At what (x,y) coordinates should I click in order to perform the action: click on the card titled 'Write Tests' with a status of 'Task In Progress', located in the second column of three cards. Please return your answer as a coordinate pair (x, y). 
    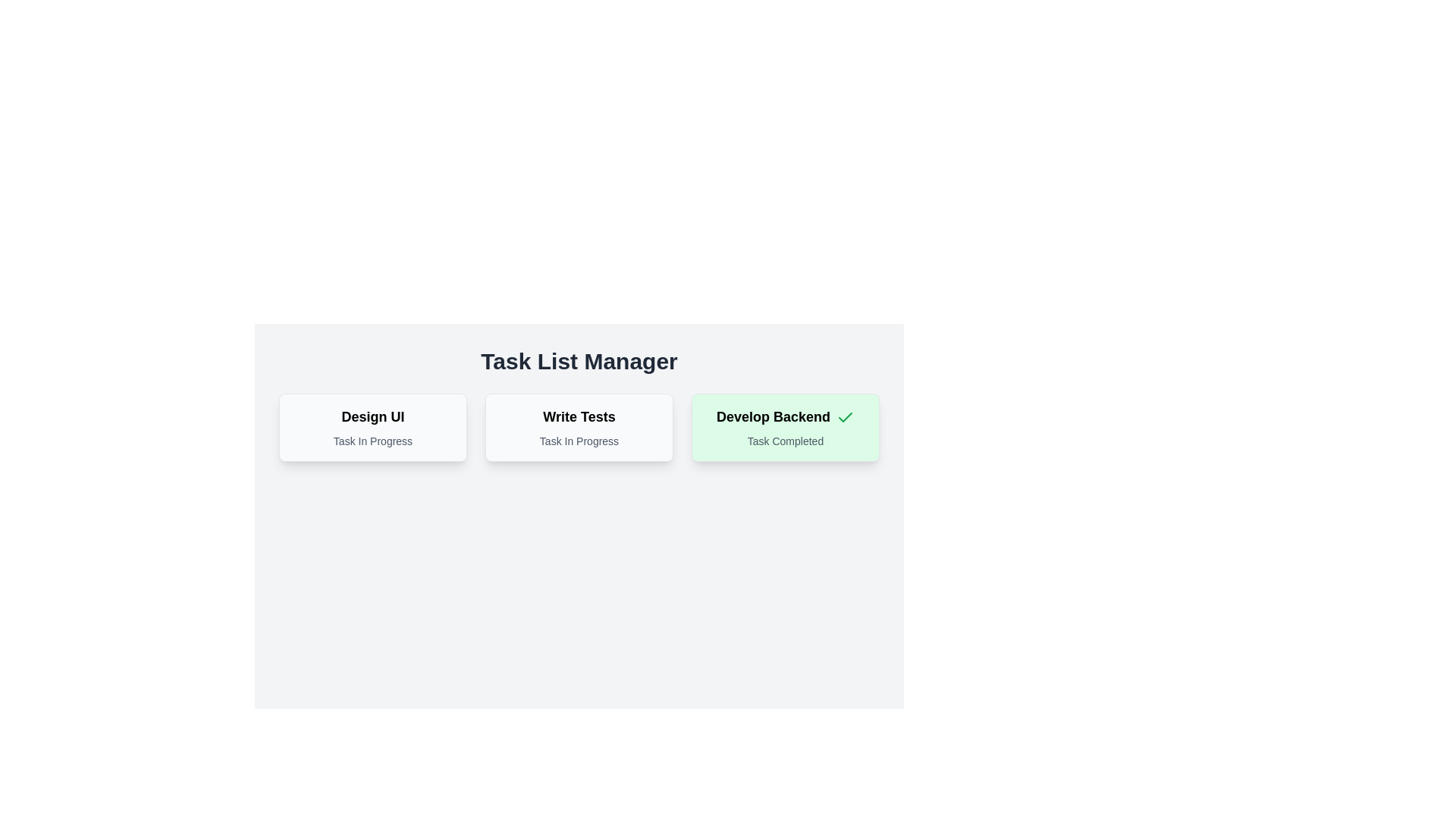
    Looking at the image, I should click on (578, 427).